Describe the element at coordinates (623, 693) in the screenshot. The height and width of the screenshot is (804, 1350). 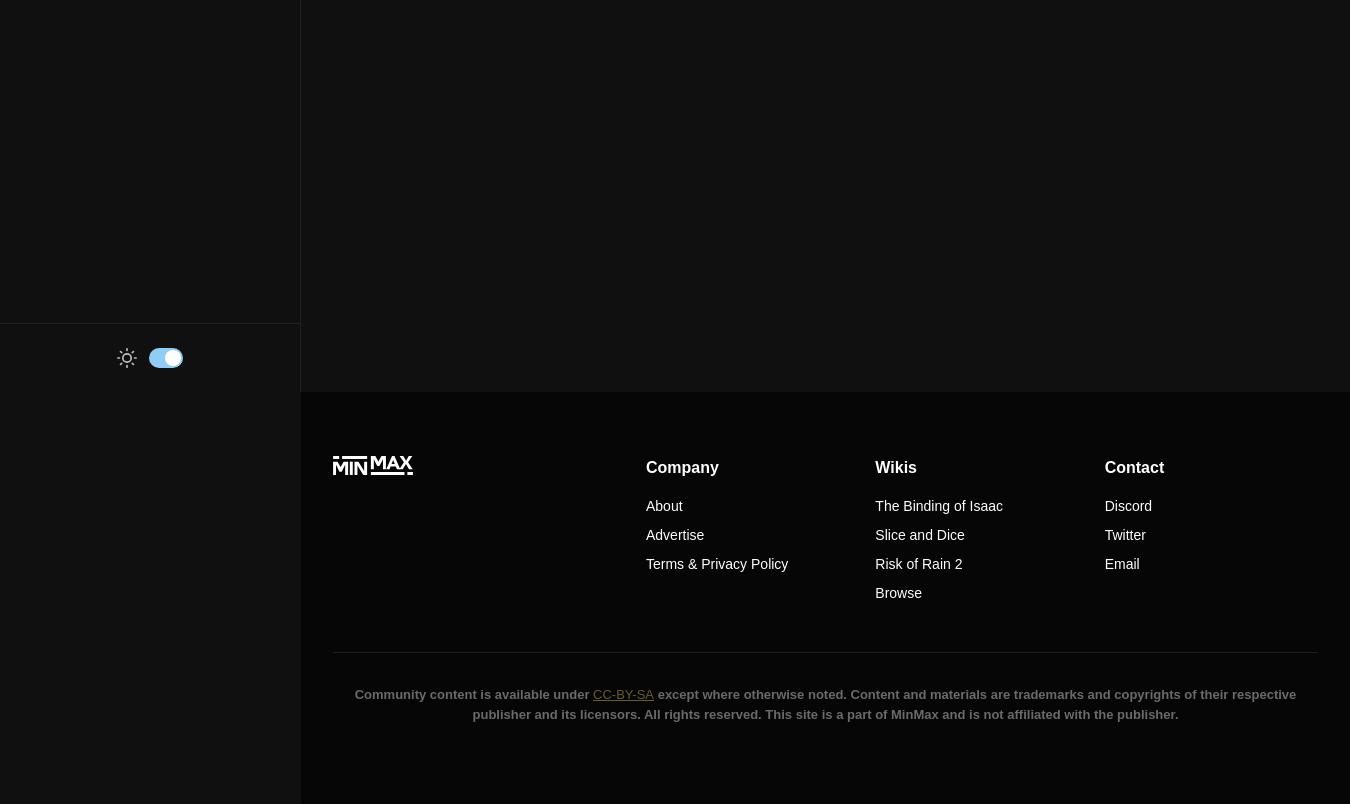
I see `'CC-BY-SA'` at that location.